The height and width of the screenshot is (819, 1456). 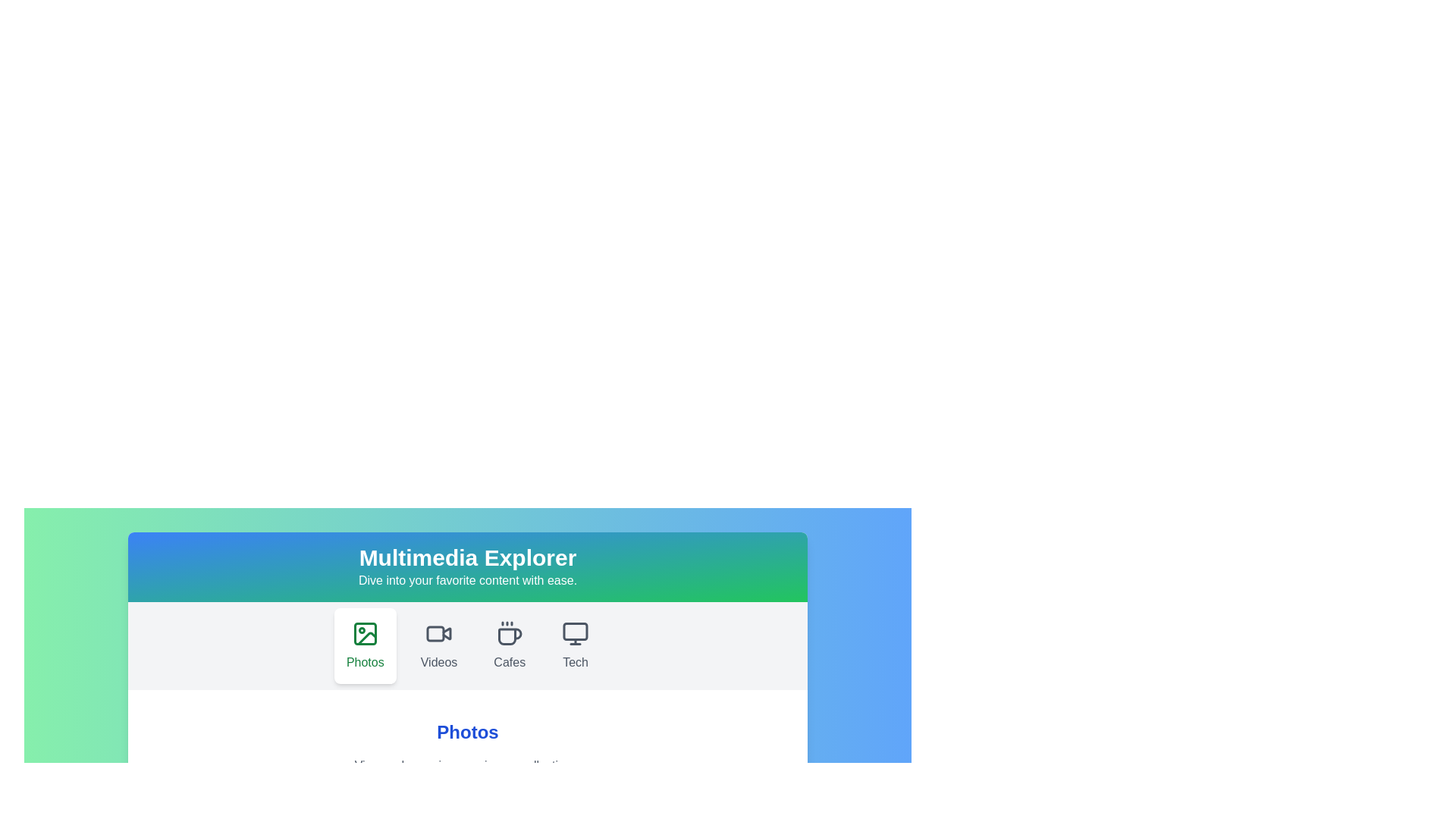 I want to click on the tab titled 'Cafes' and its associated icon, so click(x=510, y=646).